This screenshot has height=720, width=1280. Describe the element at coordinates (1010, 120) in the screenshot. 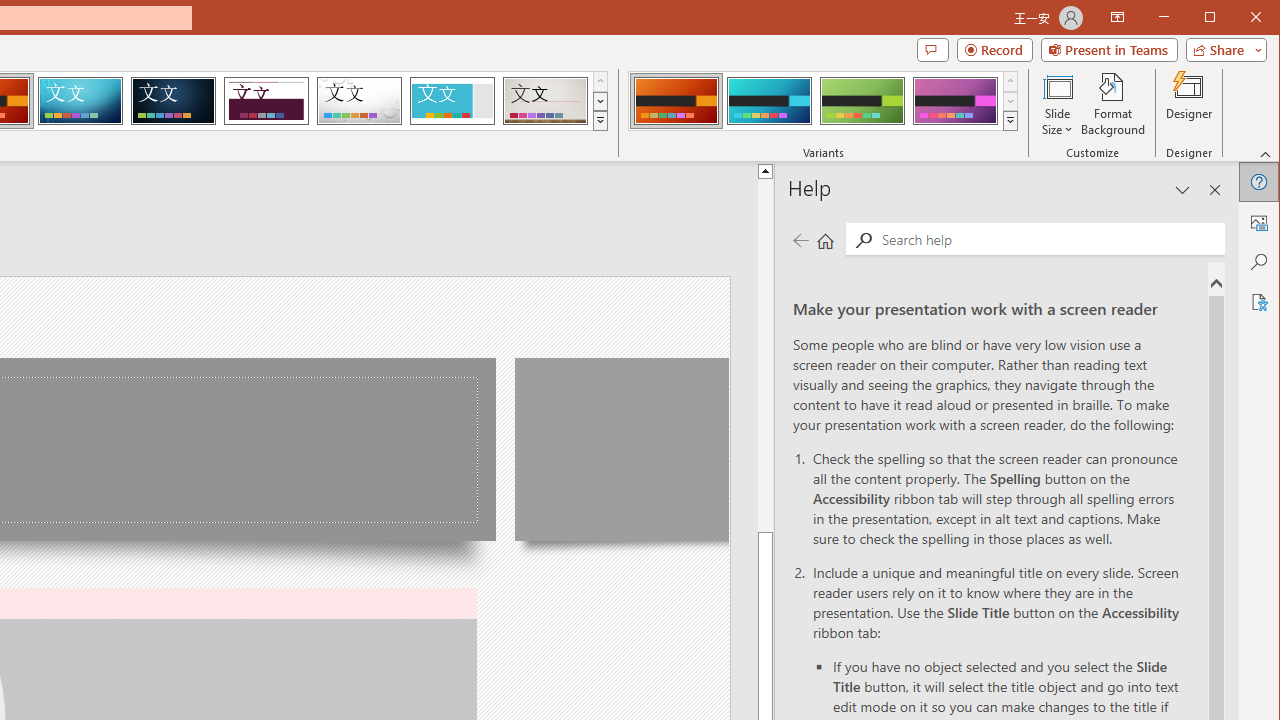

I see `'Variants'` at that location.